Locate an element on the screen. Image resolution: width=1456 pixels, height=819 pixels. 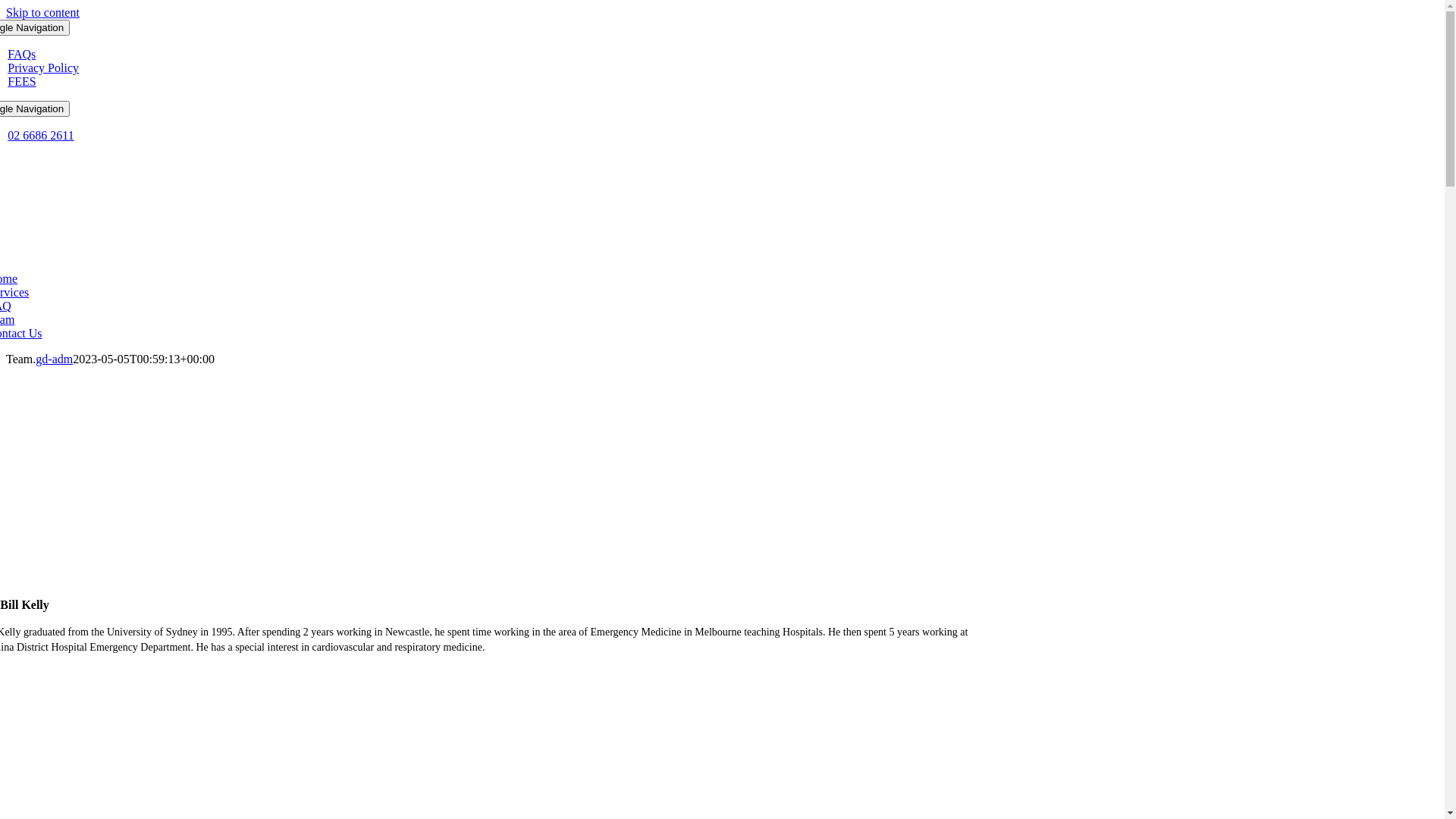
'Skip to content' is located at coordinates (42, 12).